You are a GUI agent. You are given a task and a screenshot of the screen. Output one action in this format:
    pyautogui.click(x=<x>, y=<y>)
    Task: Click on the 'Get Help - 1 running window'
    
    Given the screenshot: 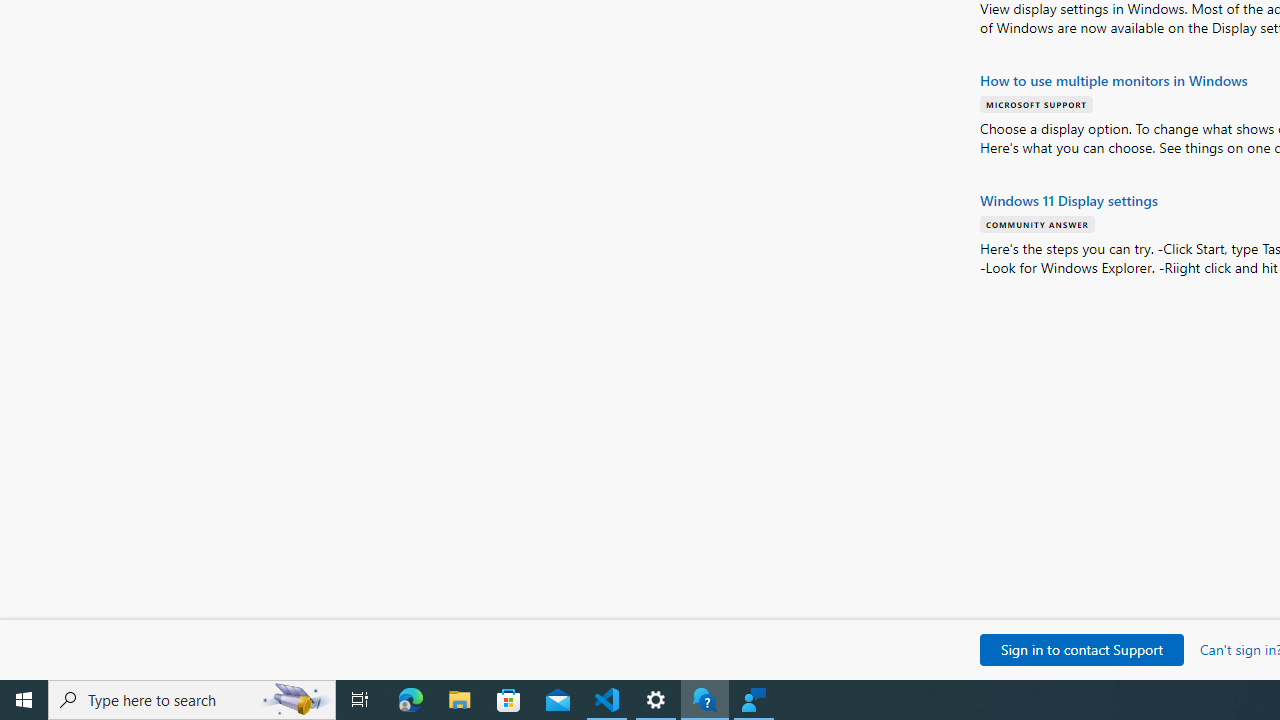 What is the action you would take?
    pyautogui.click(x=705, y=698)
    